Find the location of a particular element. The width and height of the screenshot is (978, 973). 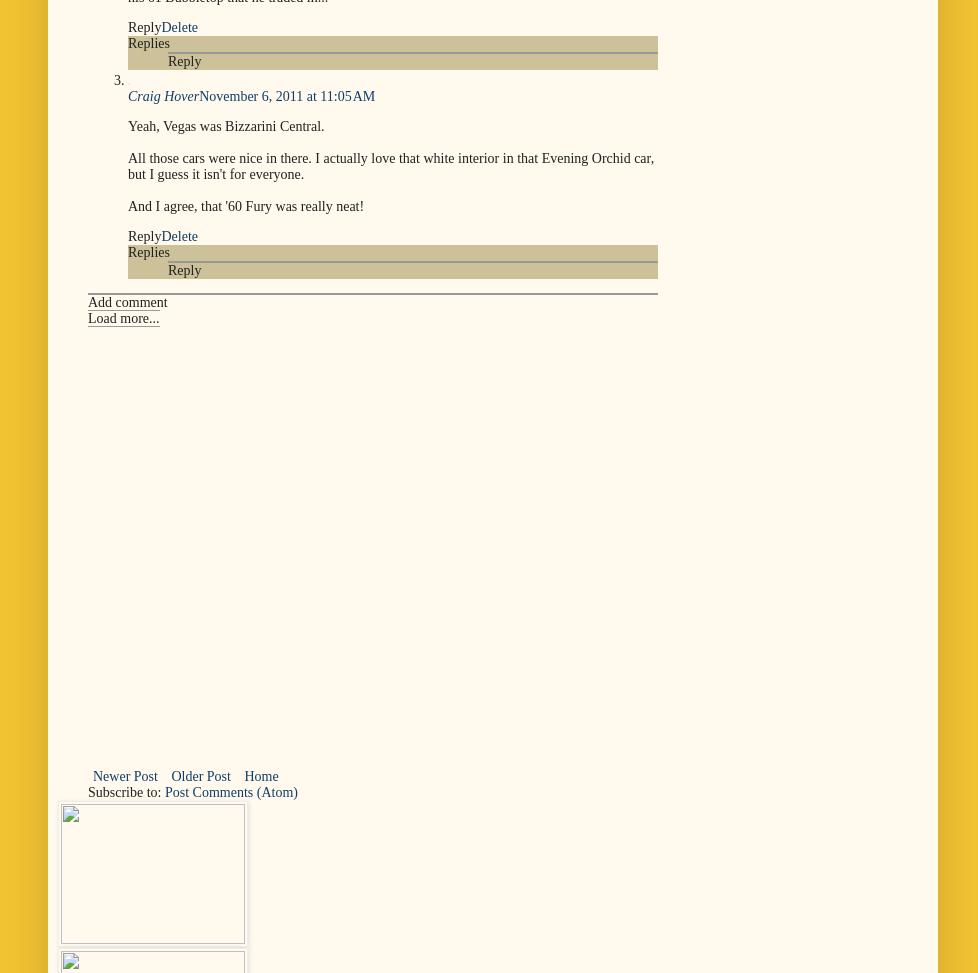

'Older Post' is located at coordinates (200, 774).